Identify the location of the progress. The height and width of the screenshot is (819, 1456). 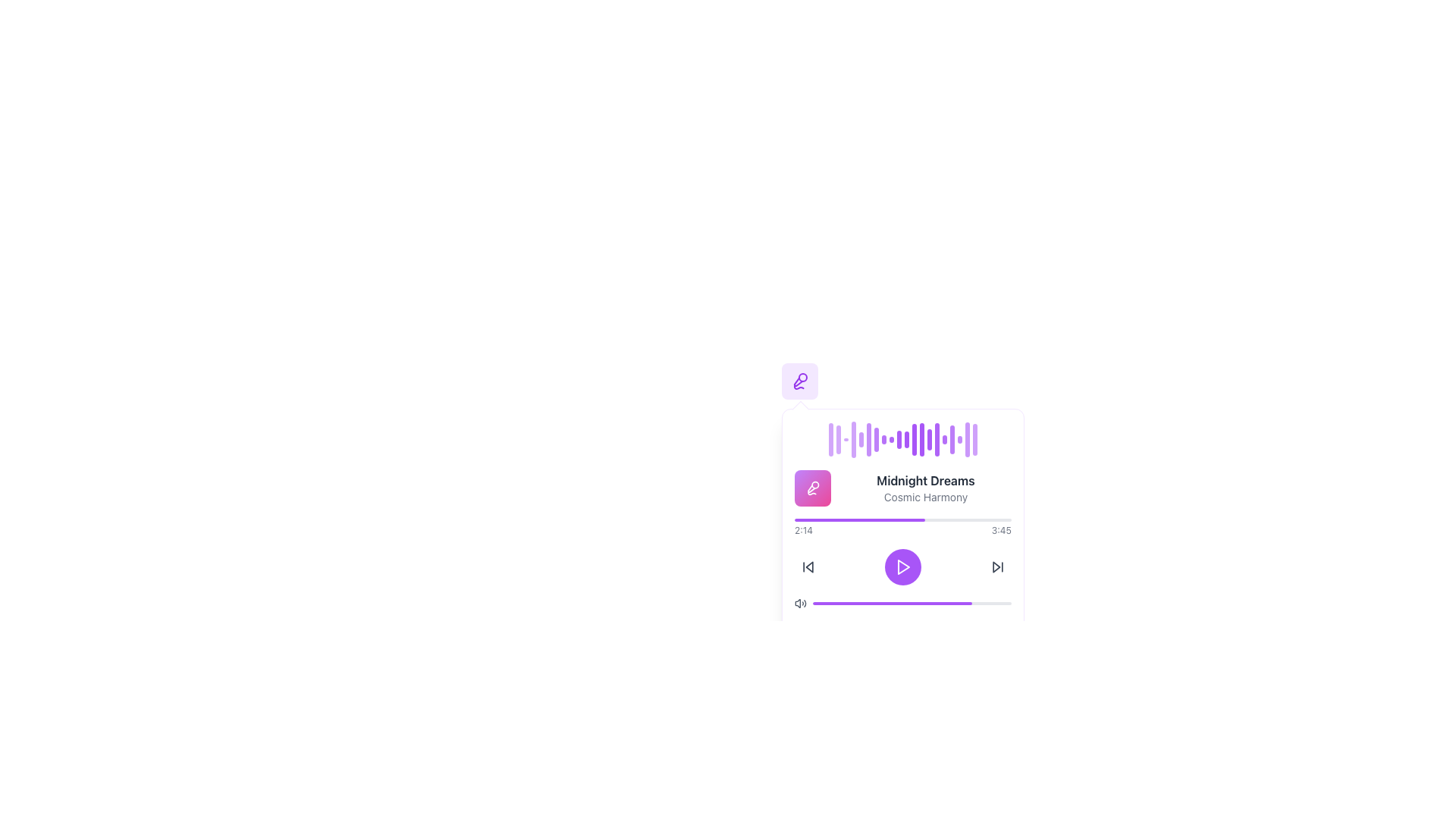
(878, 602).